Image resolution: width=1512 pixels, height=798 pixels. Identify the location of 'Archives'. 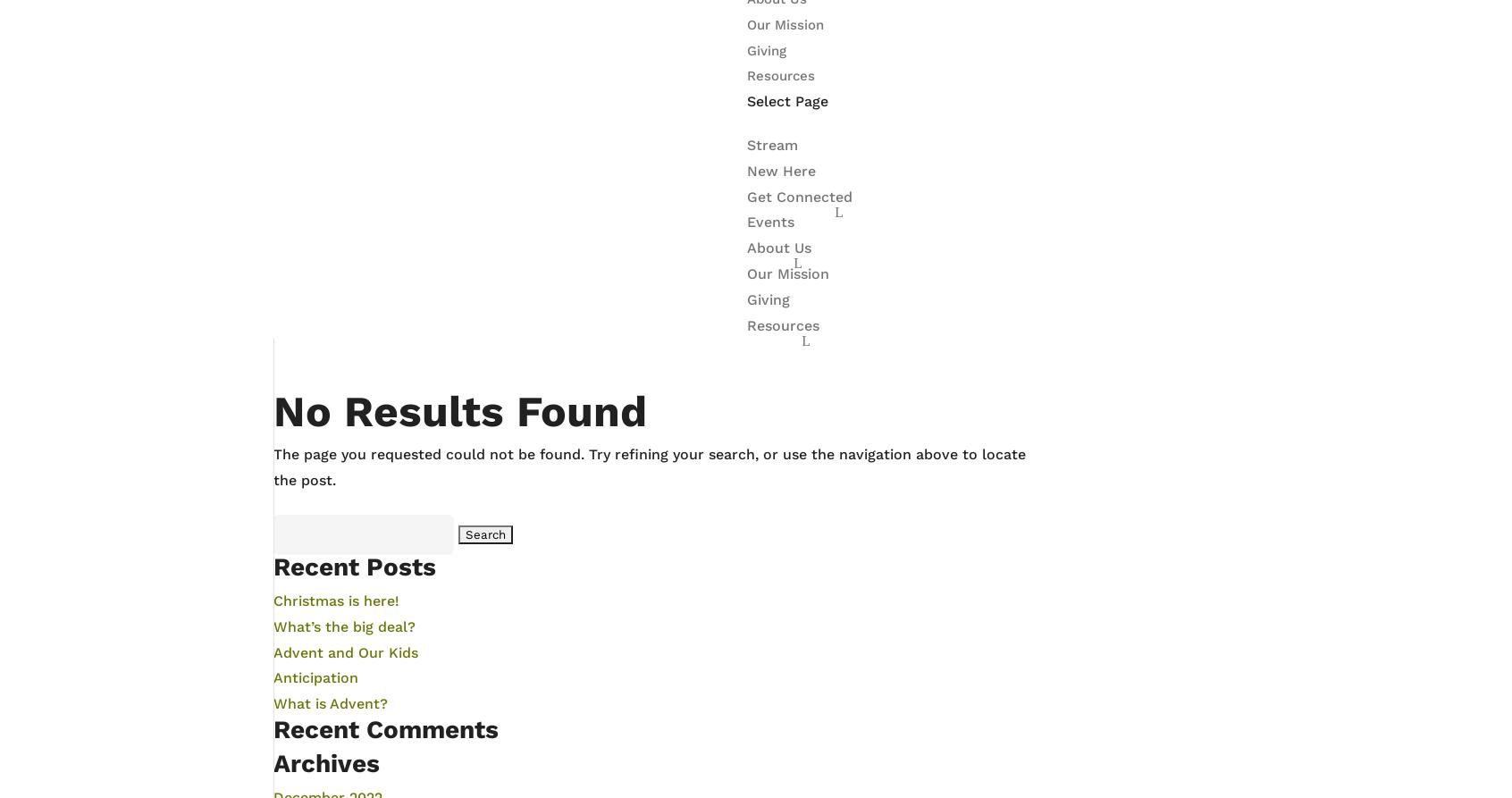
(273, 761).